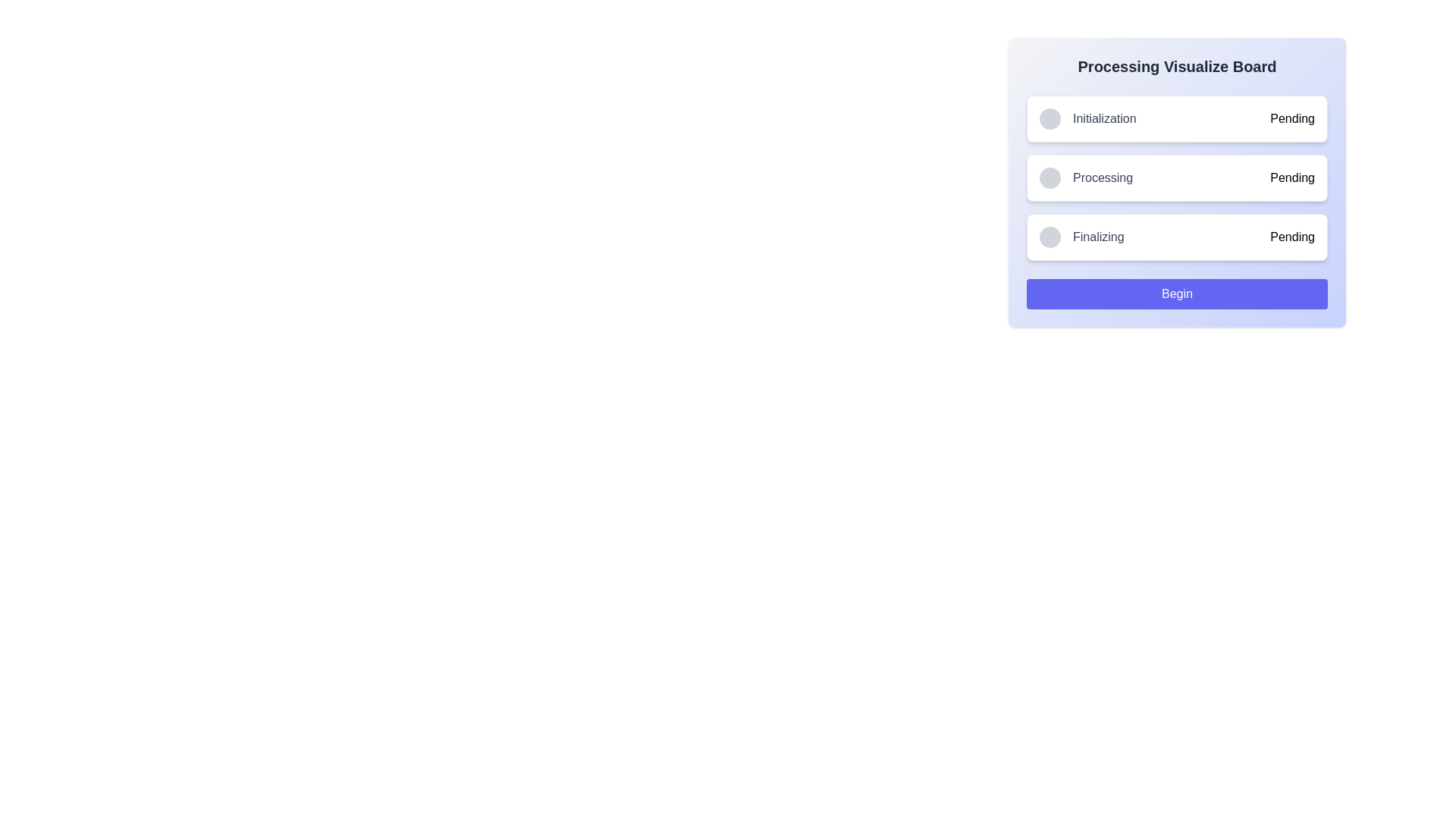 The height and width of the screenshot is (819, 1456). I want to click on the 'Processing' text label, which is the second entry in a vertical list of rows, displayed in gray color and medium-sized font, with a circular icon on its left, so click(1103, 177).